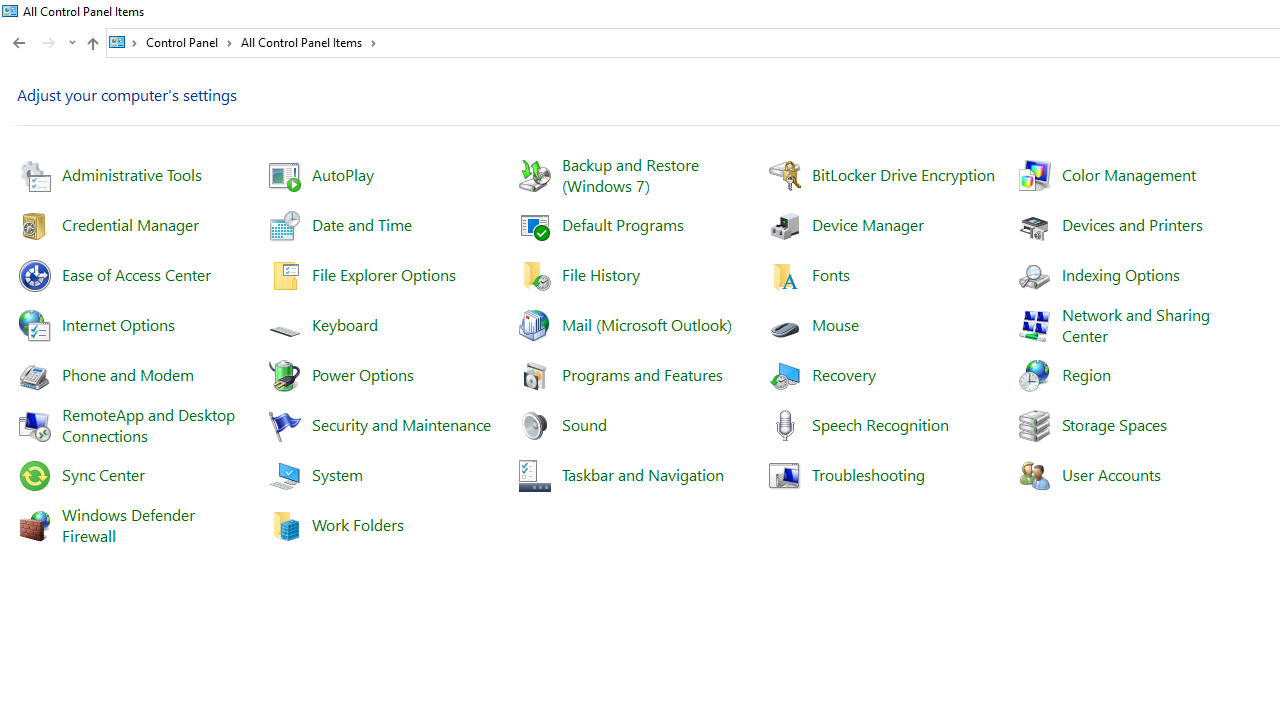 The image size is (1280, 720). What do you see at coordinates (308, 42) in the screenshot?
I see `'All Control Panel Items'` at bounding box center [308, 42].